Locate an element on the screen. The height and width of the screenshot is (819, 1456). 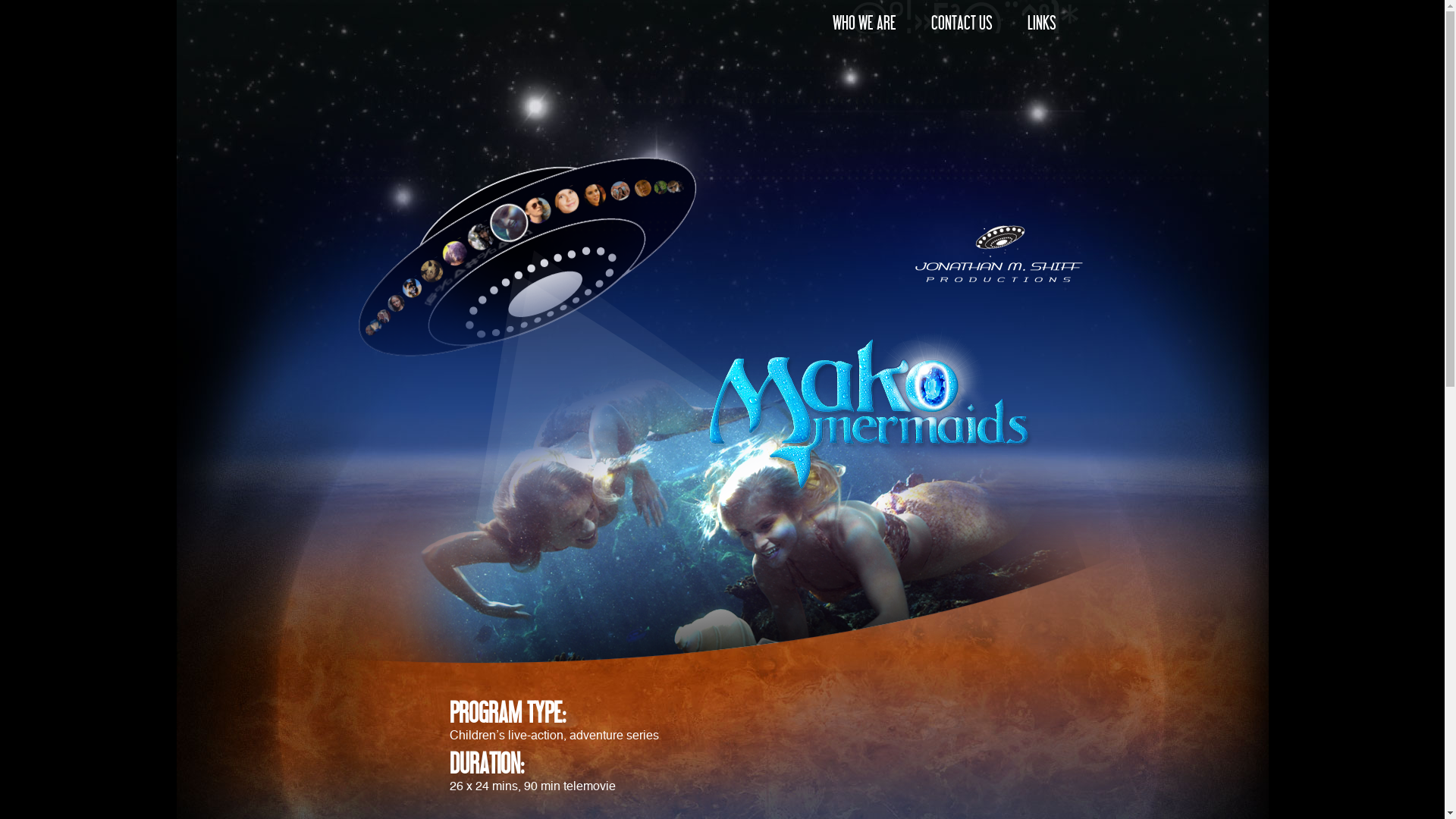
'My Zoo' is located at coordinates (450, 253).